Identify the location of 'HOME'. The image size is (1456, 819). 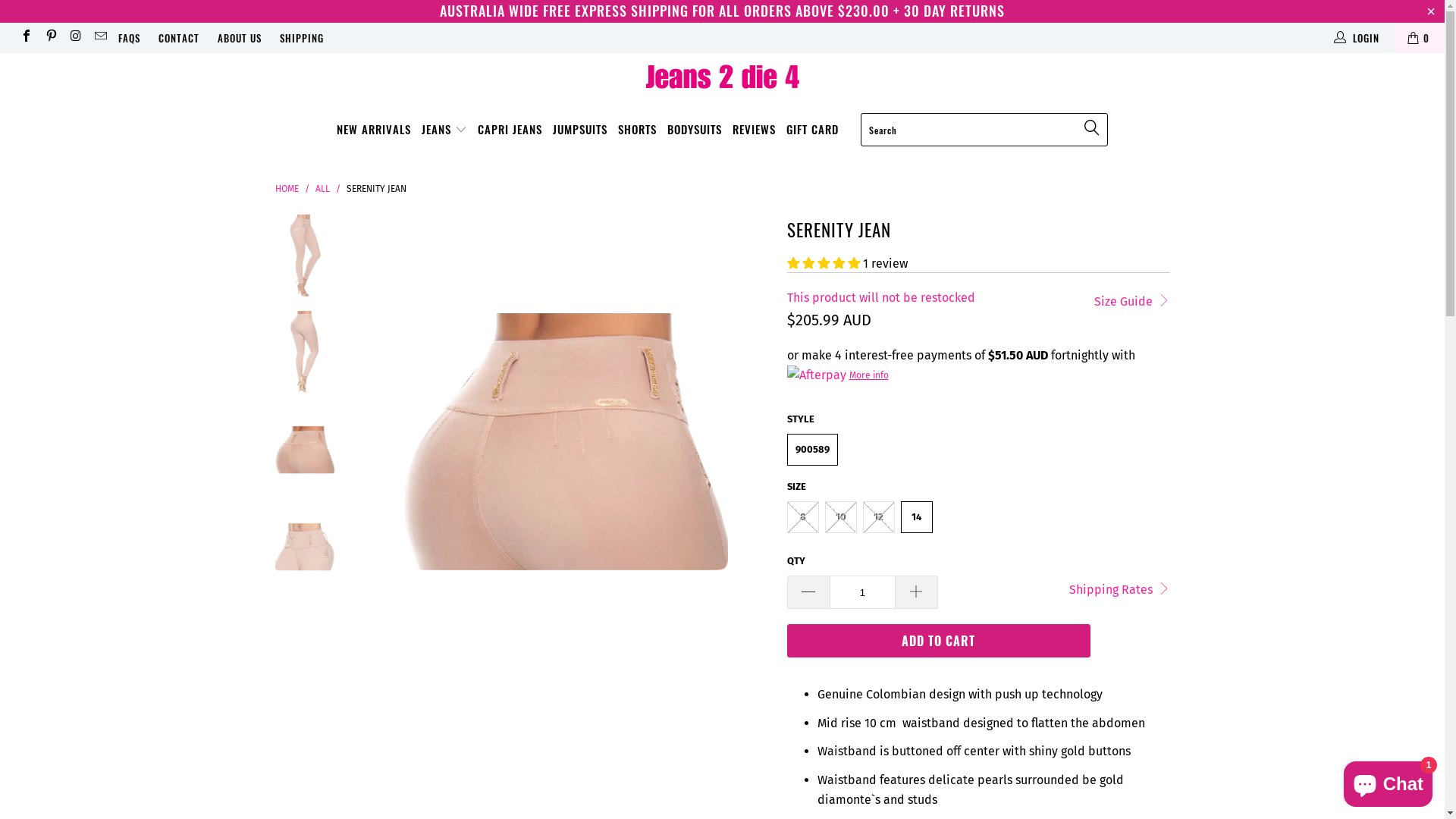
(286, 188).